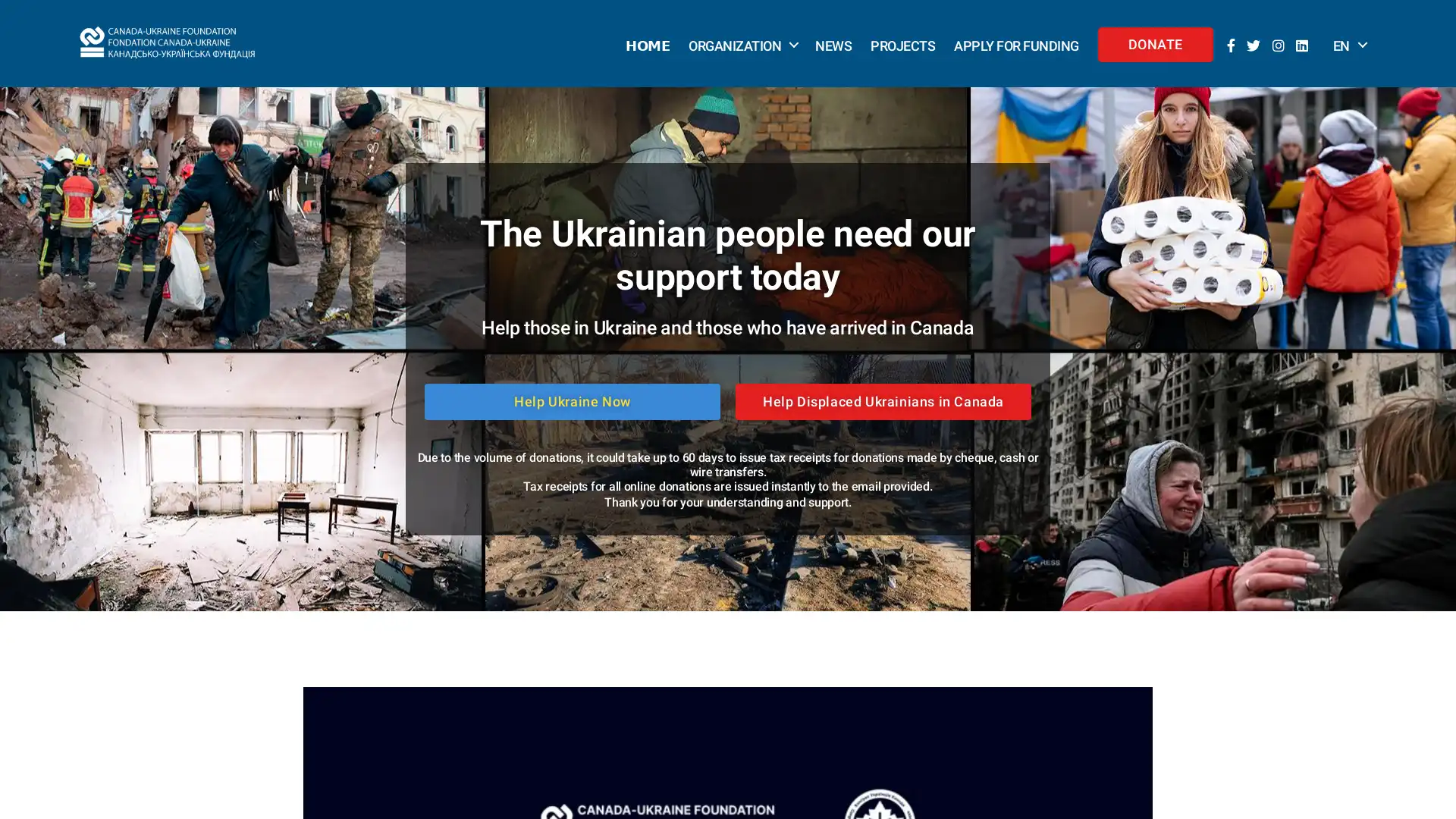  I want to click on Help Ukraine Now, so click(571, 400).